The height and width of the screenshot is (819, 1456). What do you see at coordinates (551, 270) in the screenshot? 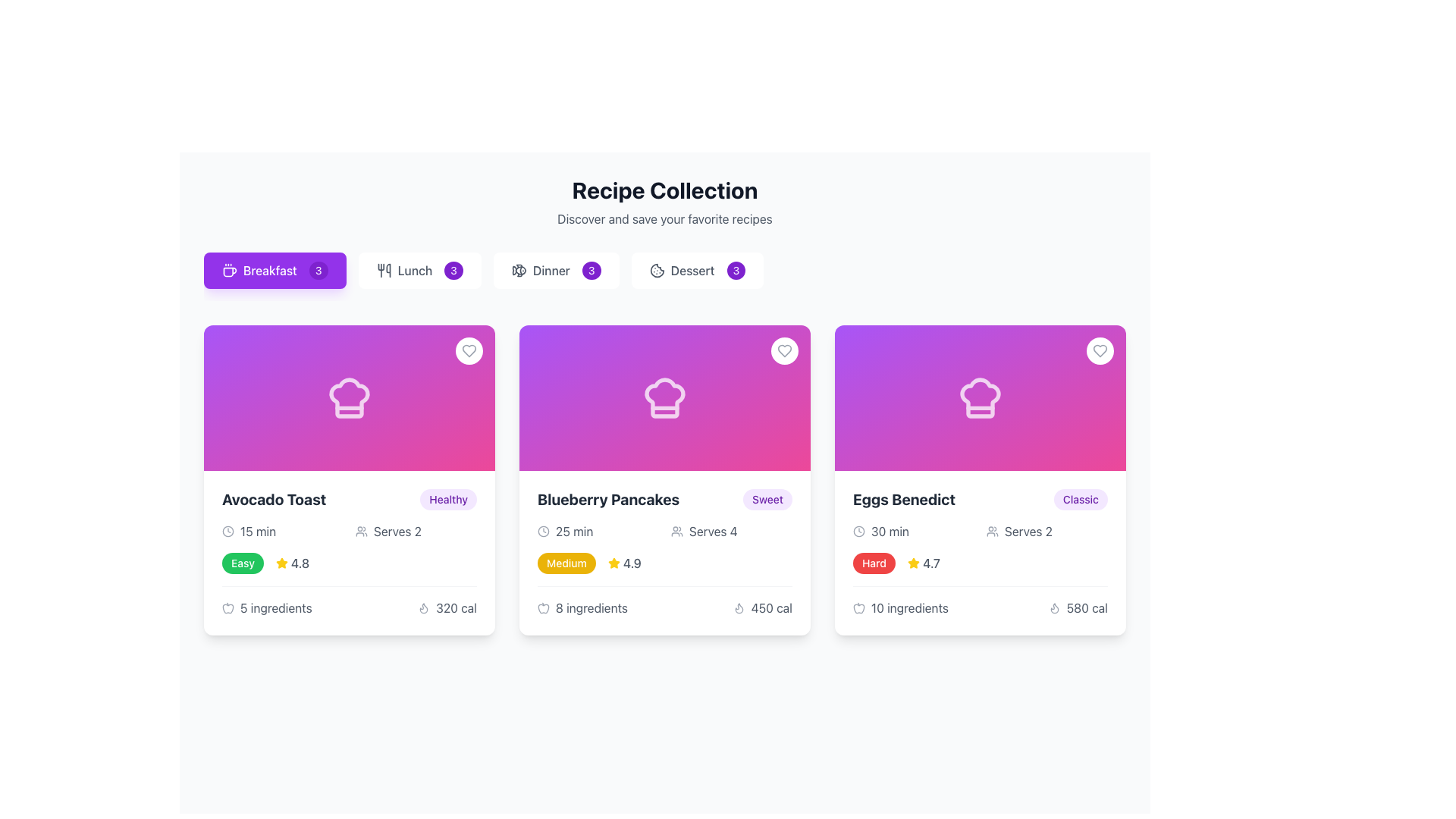
I see `the 'Dinner' text label, which is the third button in the button group located at the top-center of the page, between 'Lunch' and 'Dessert'` at bounding box center [551, 270].